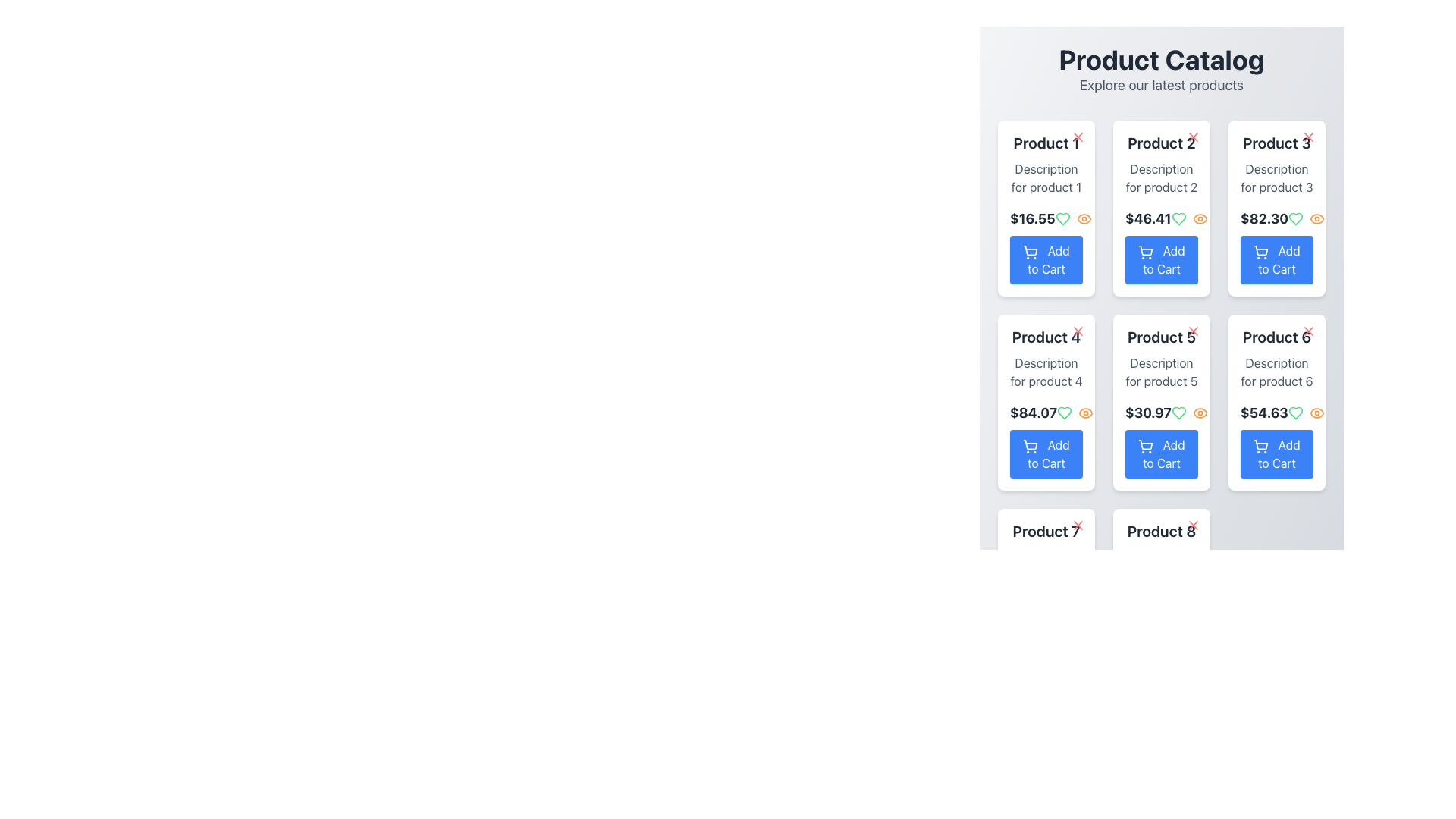  I want to click on the static text display showing the price of 'Product 6', which is located in the lower section of the product card, above the interaction icons and 'Add to Cart' button, so click(1264, 413).